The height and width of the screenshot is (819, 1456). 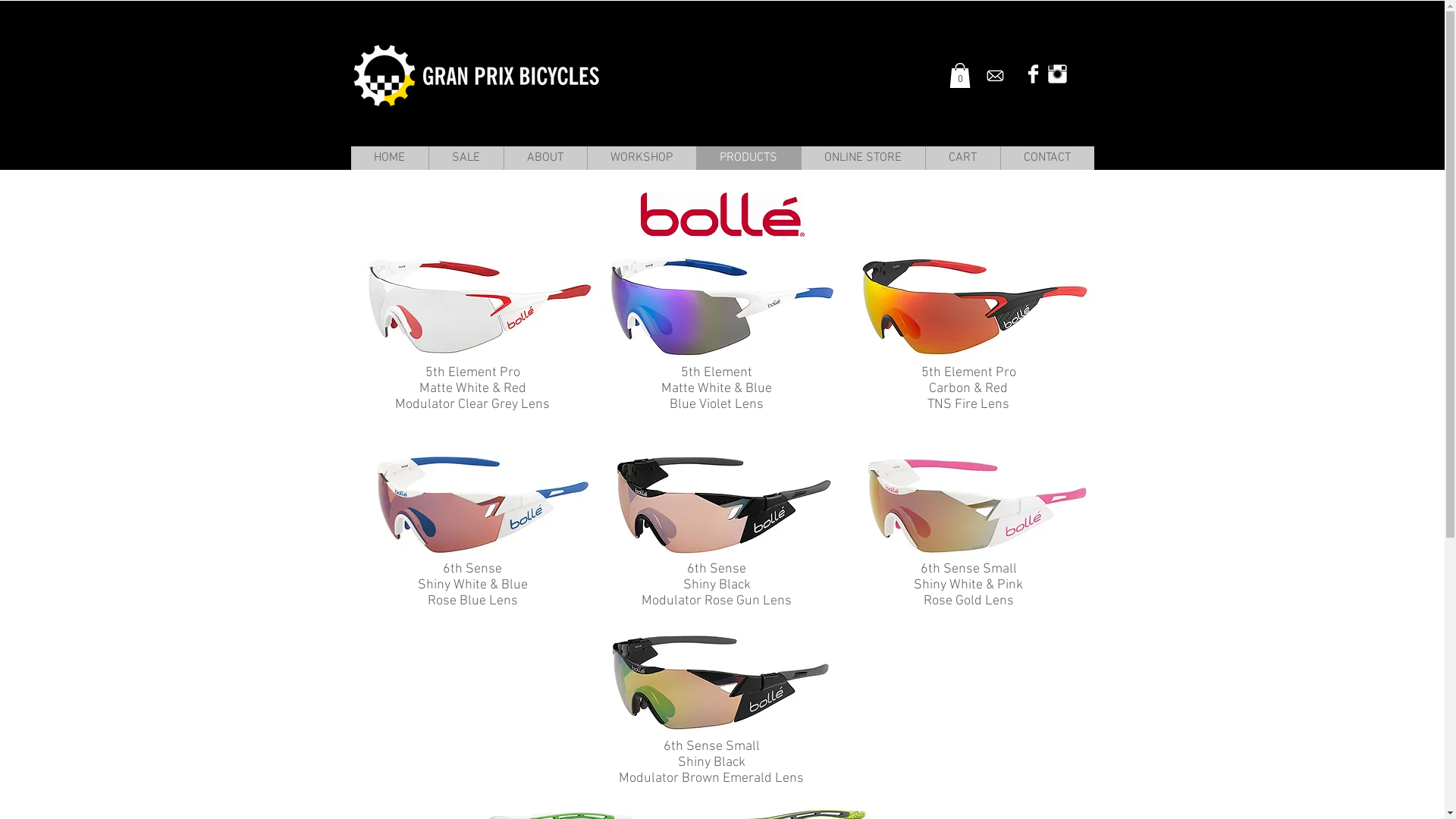 What do you see at coordinates (641, 158) in the screenshot?
I see `'WORKSHOP'` at bounding box center [641, 158].